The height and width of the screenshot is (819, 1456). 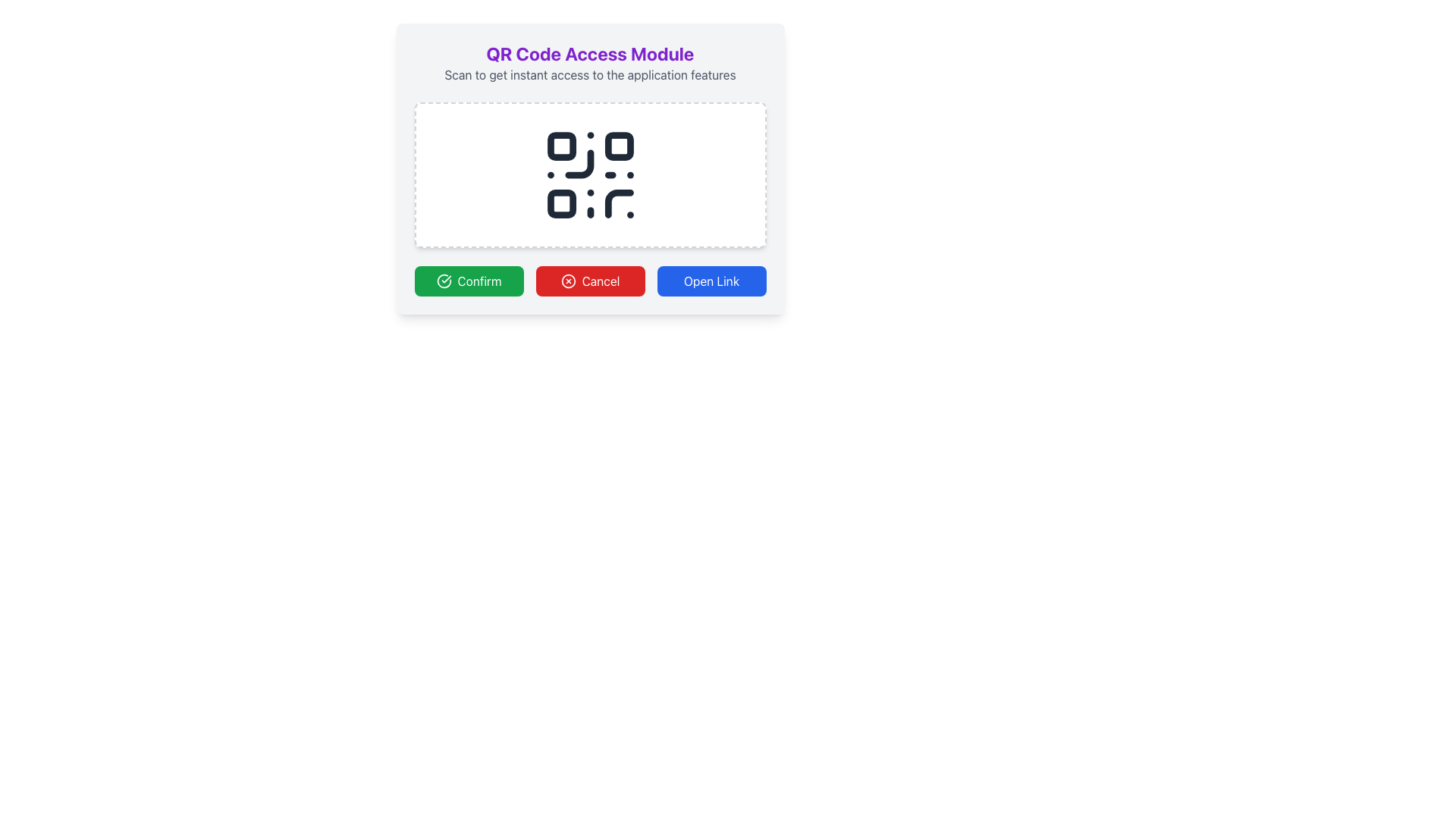 What do you see at coordinates (567, 281) in the screenshot?
I see `the circular decorative element representing a 'cancel' or 'close' action located at the upper-right corner of the QR Code Access Module dialog` at bounding box center [567, 281].